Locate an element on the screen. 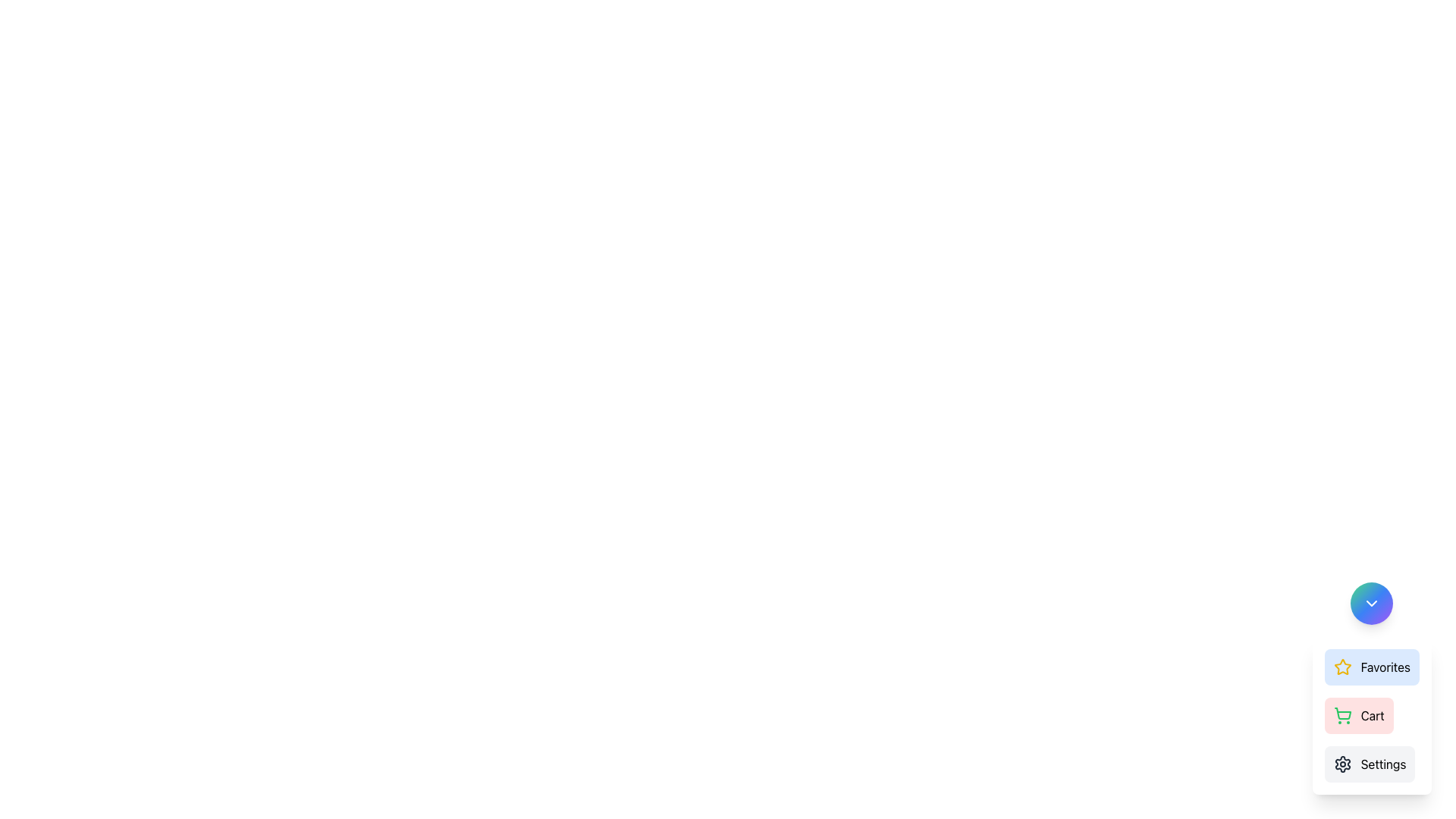  the cog icon located to the left of the 'Settings' label in the vertically-aligned menu is located at coordinates (1342, 764).